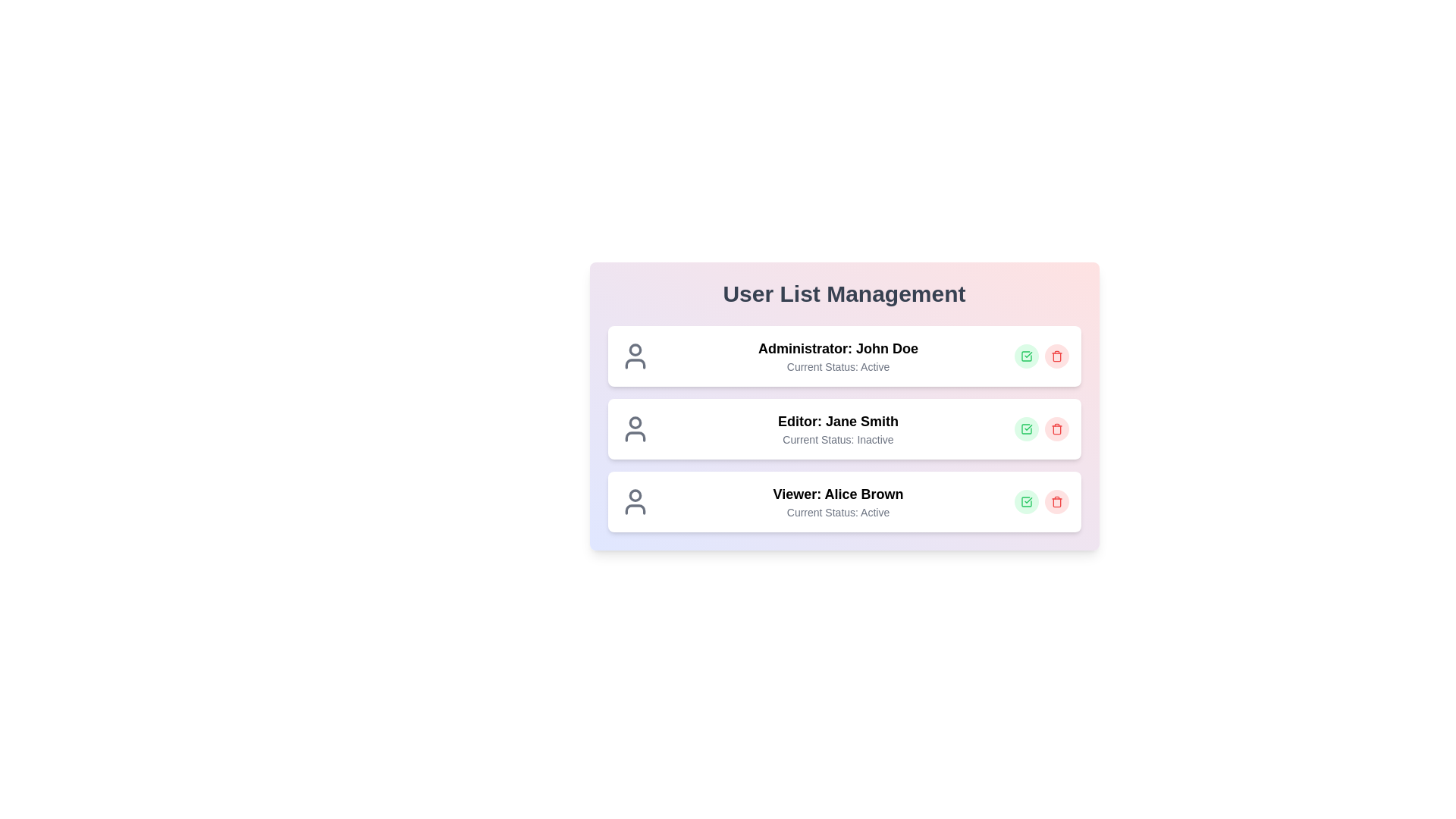 The height and width of the screenshot is (819, 1456). What do you see at coordinates (843, 294) in the screenshot?
I see `the Text Header element that displays 'User List Management' for accessibility purposes` at bounding box center [843, 294].